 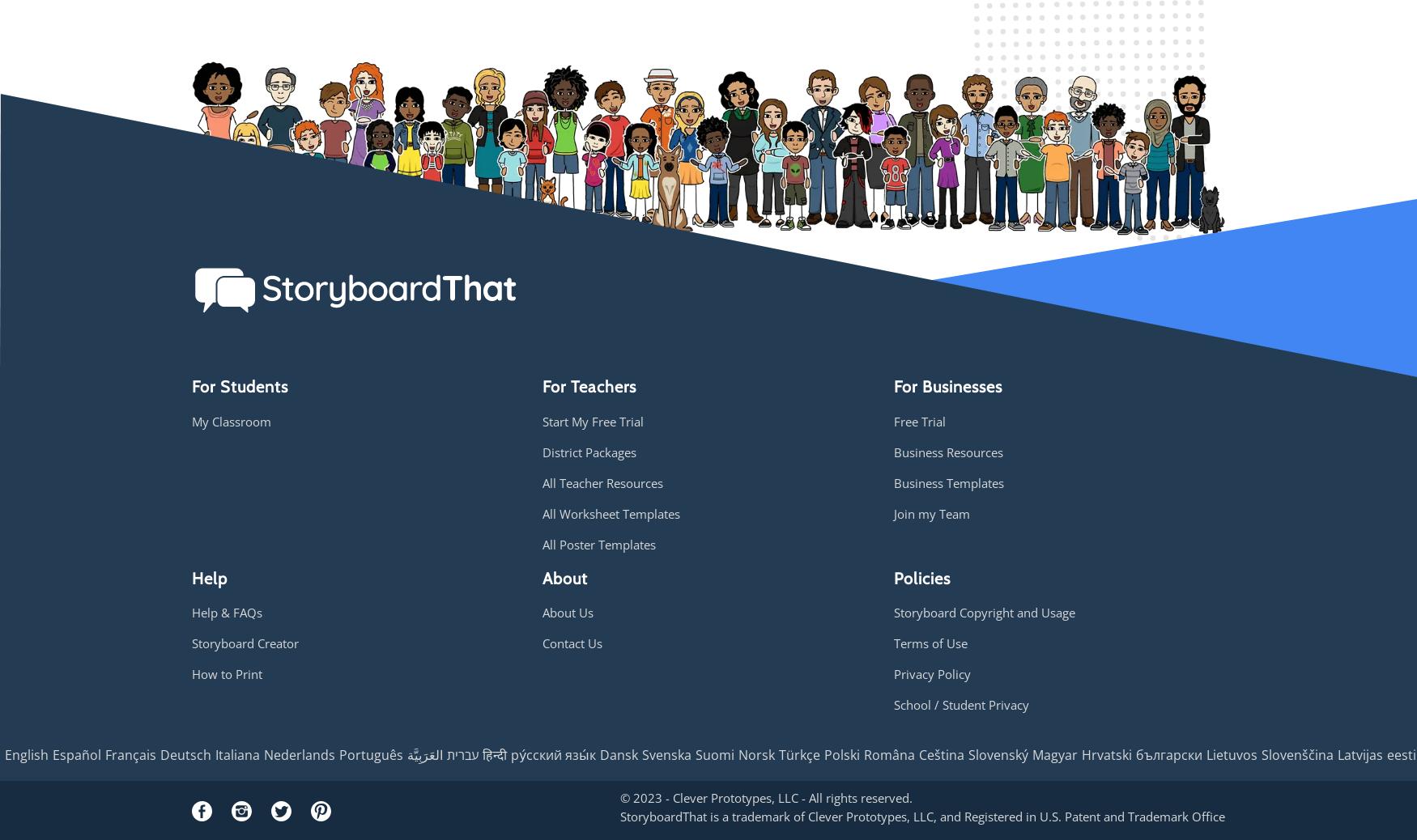 I want to click on 'Slovenščina', so click(x=1297, y=754).